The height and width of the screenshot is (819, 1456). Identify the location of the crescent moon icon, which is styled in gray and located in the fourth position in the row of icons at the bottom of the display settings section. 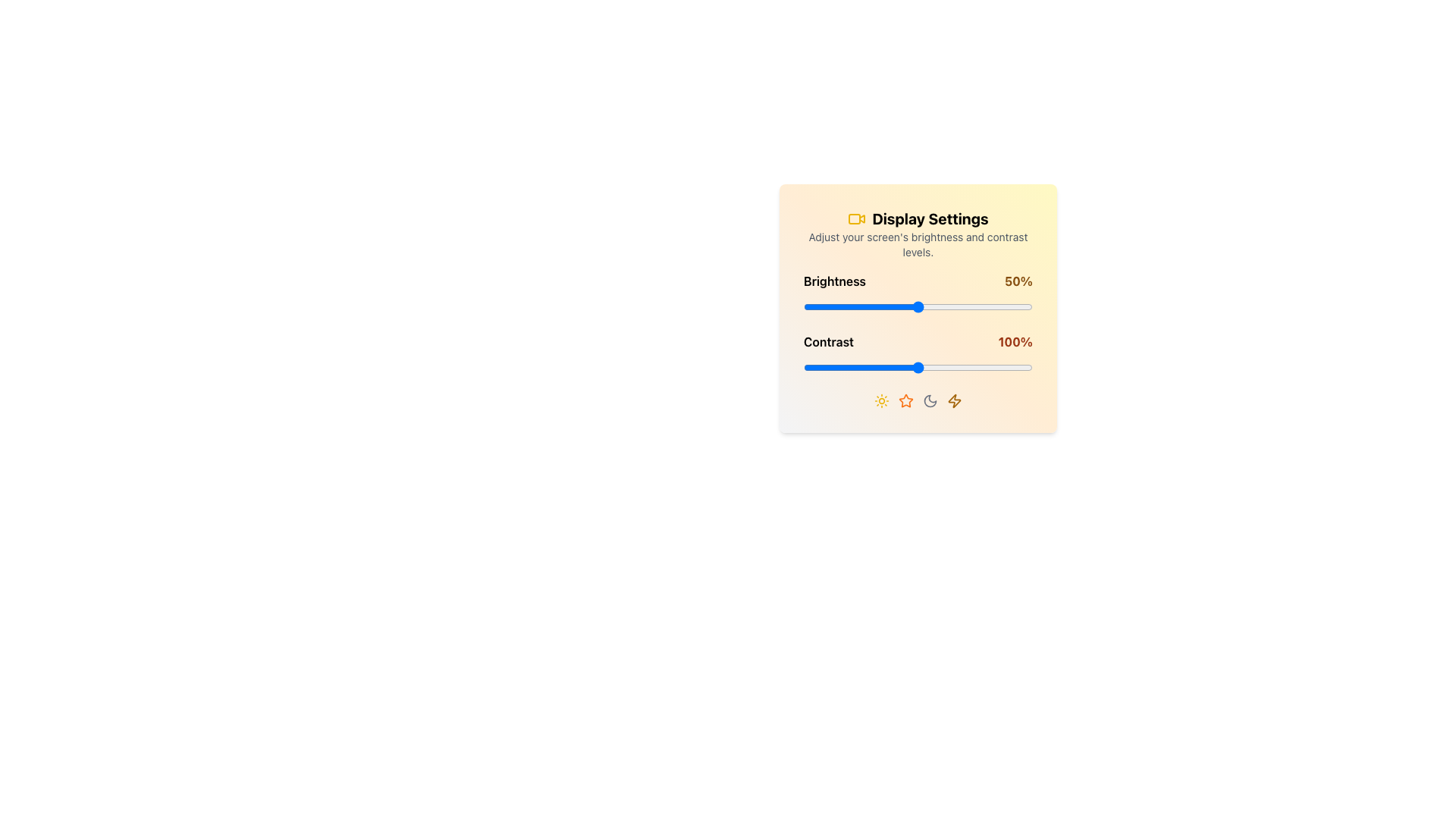
(930, 400).